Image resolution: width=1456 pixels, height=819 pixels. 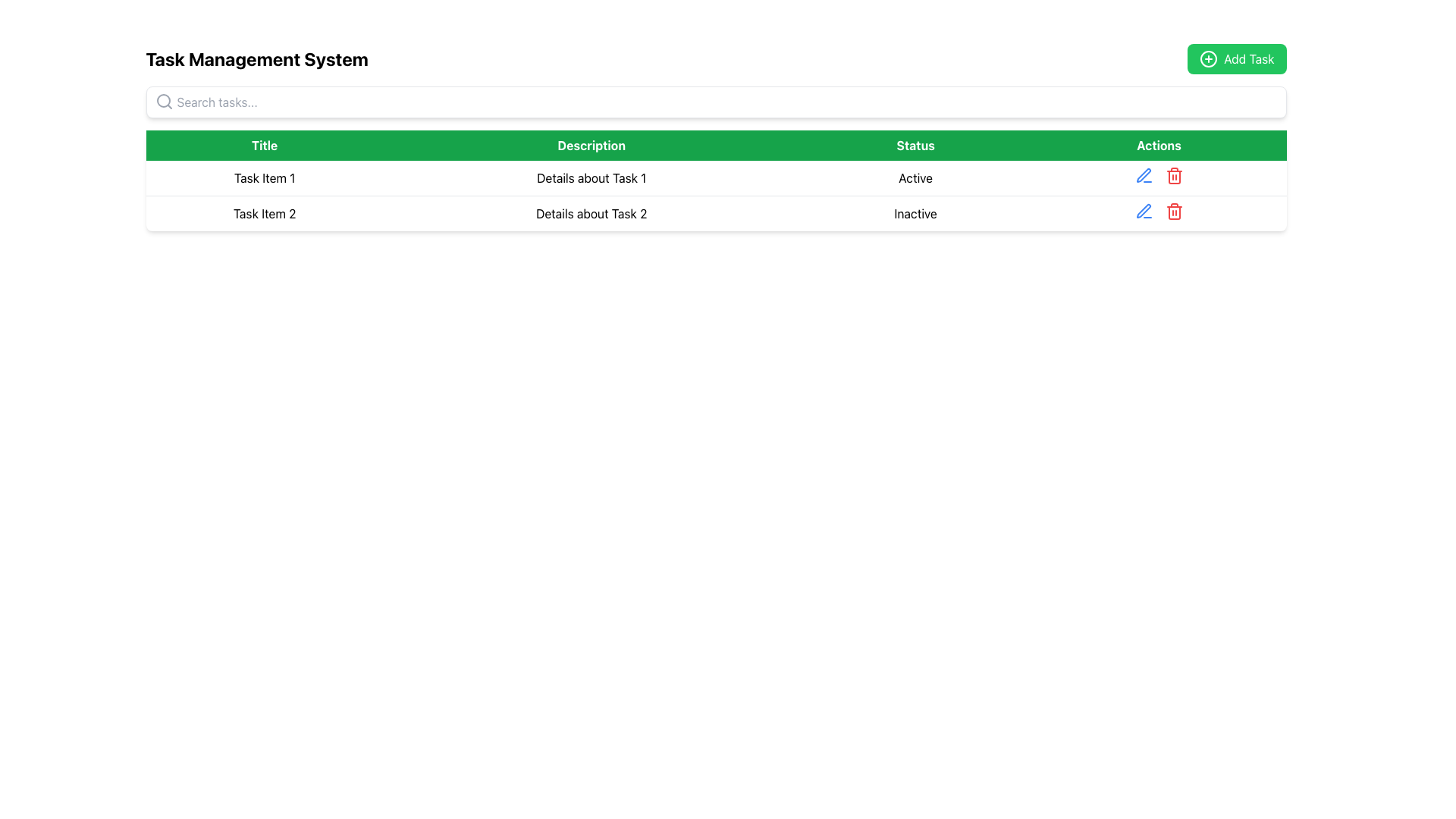 I want to click on the icon located at the top-right corner of the interface inside the green rectangular 'Add Task' button, so click(x=1208, y=58).